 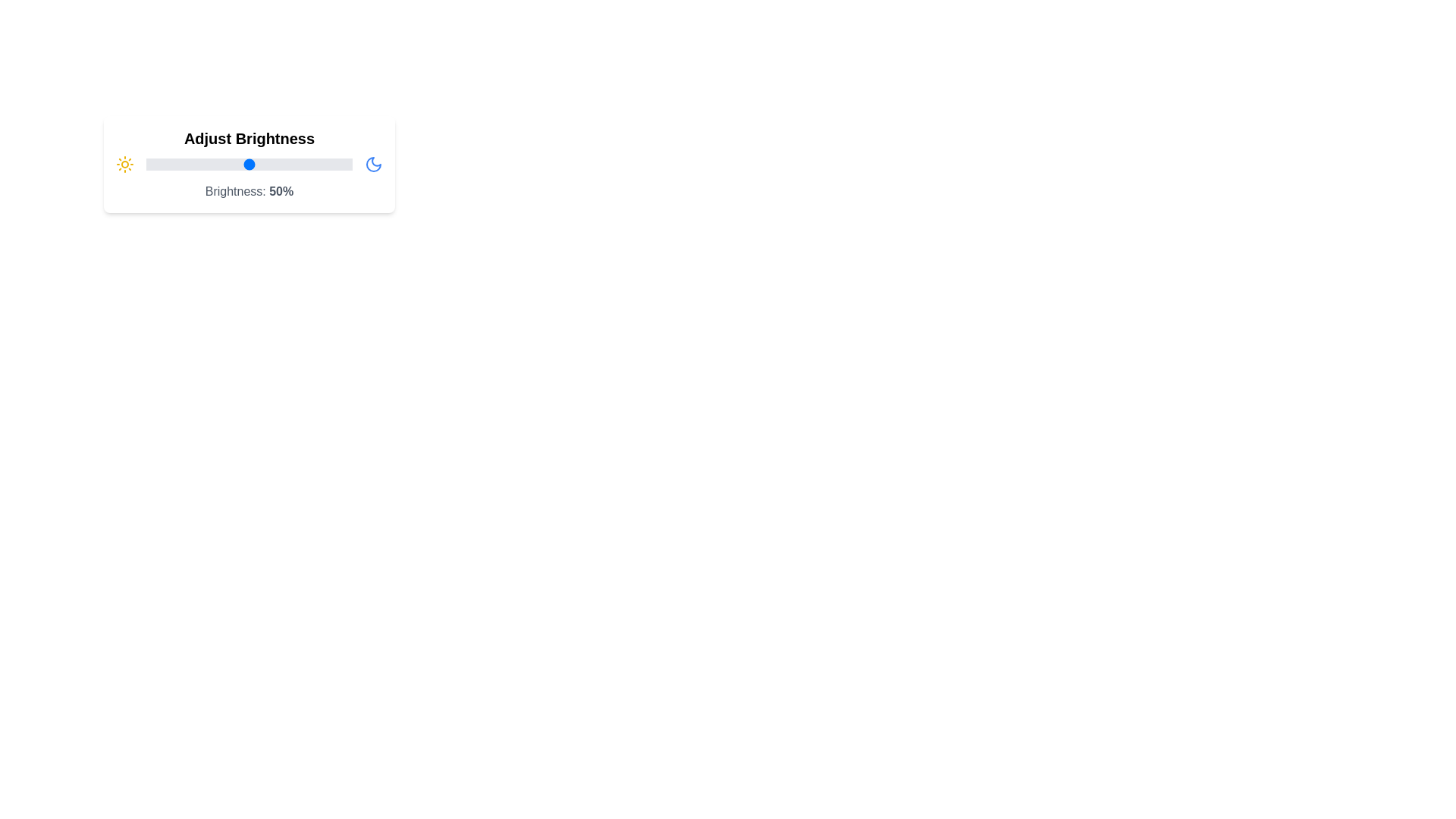 I want to click on the moon icon, so click(x=374, y=164).